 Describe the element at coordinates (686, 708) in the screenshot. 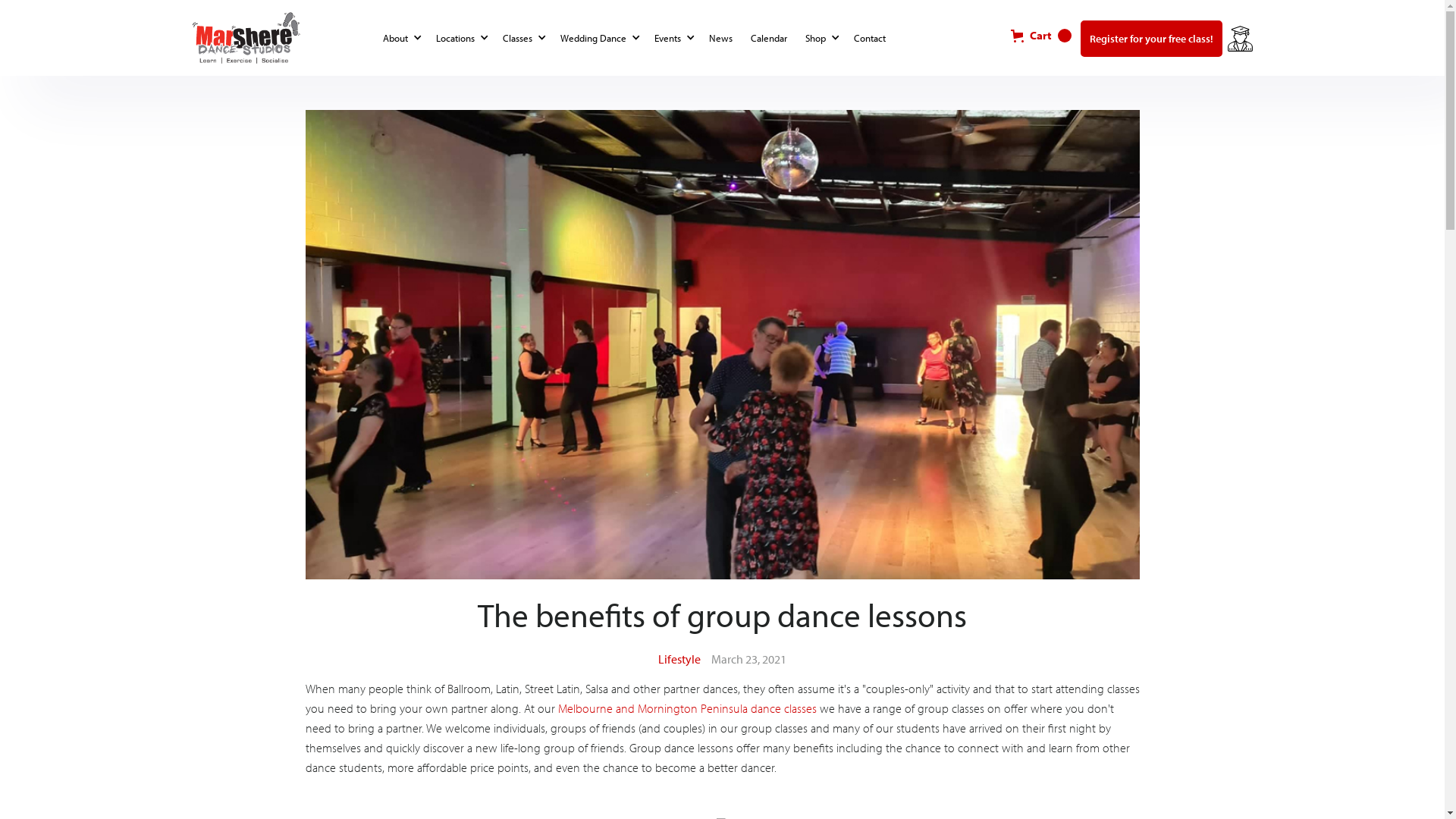

I see `'Melbourne and Mornington Peninsula dance classes'` at that location.